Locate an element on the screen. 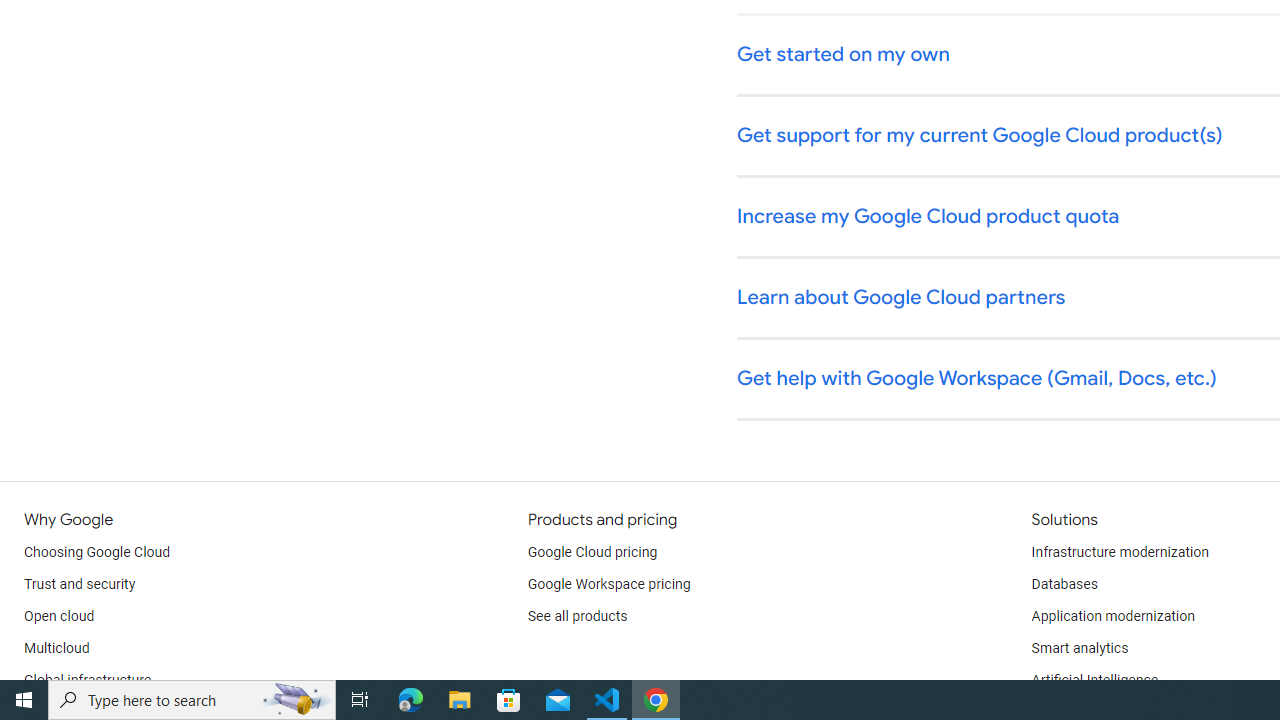 This screenshot has height=720, width=1280. 'Google Cloud pricing' is located at coordinates (591, 552).